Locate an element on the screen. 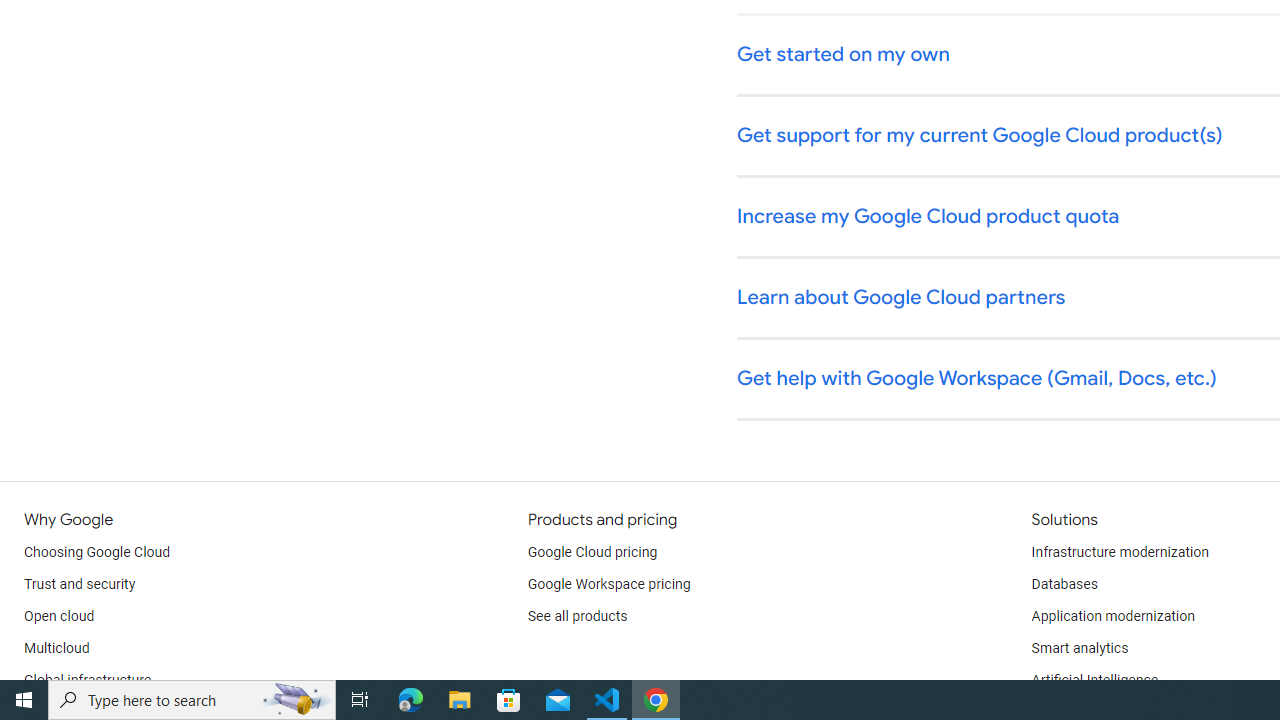 This screenshot has height=720, width=1280. 'Google Cloud pricing' is located at coordinates (591, 552).